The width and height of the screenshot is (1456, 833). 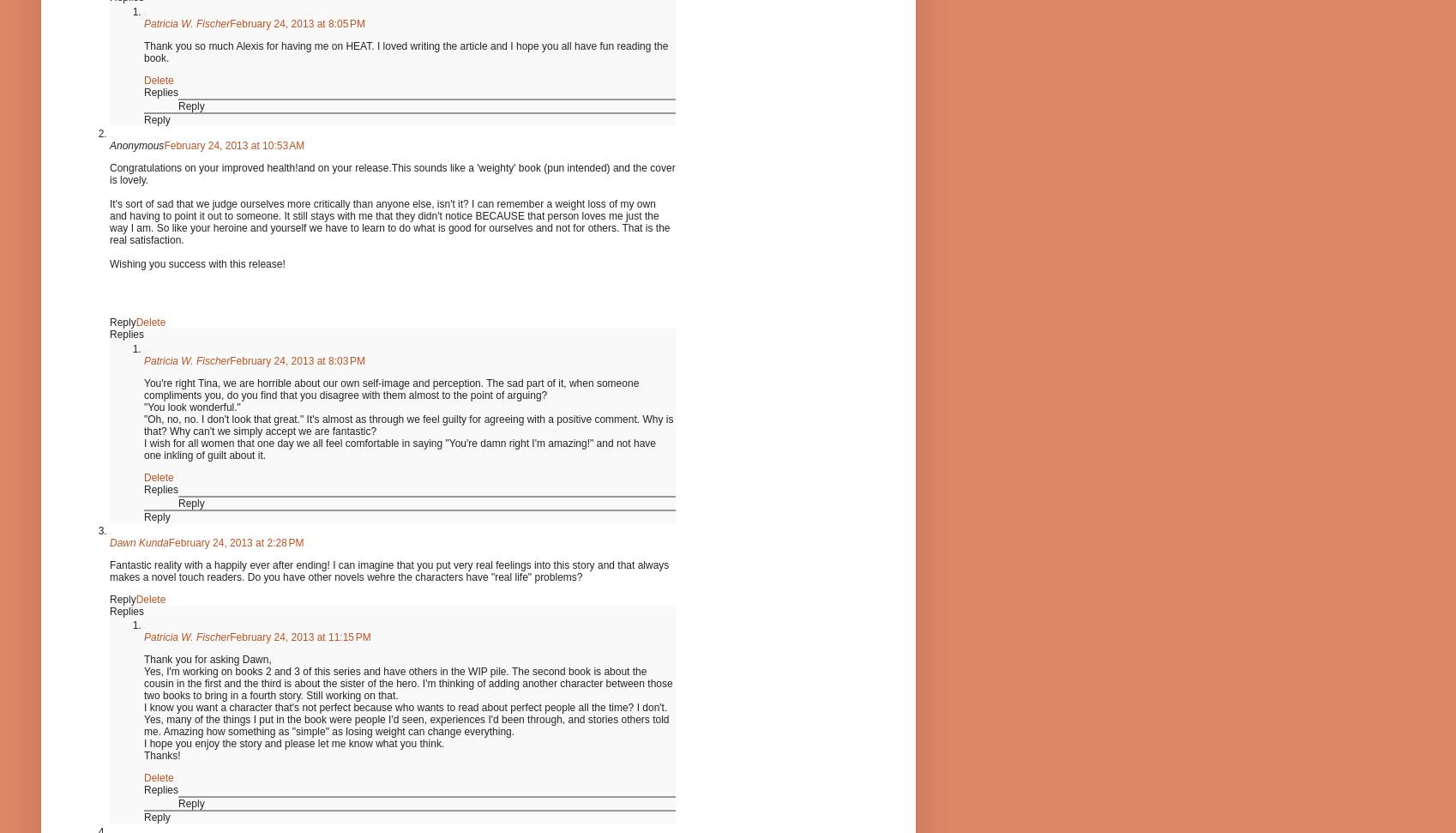 I want to click on 'Anonymous', so click(x=135, y=145).